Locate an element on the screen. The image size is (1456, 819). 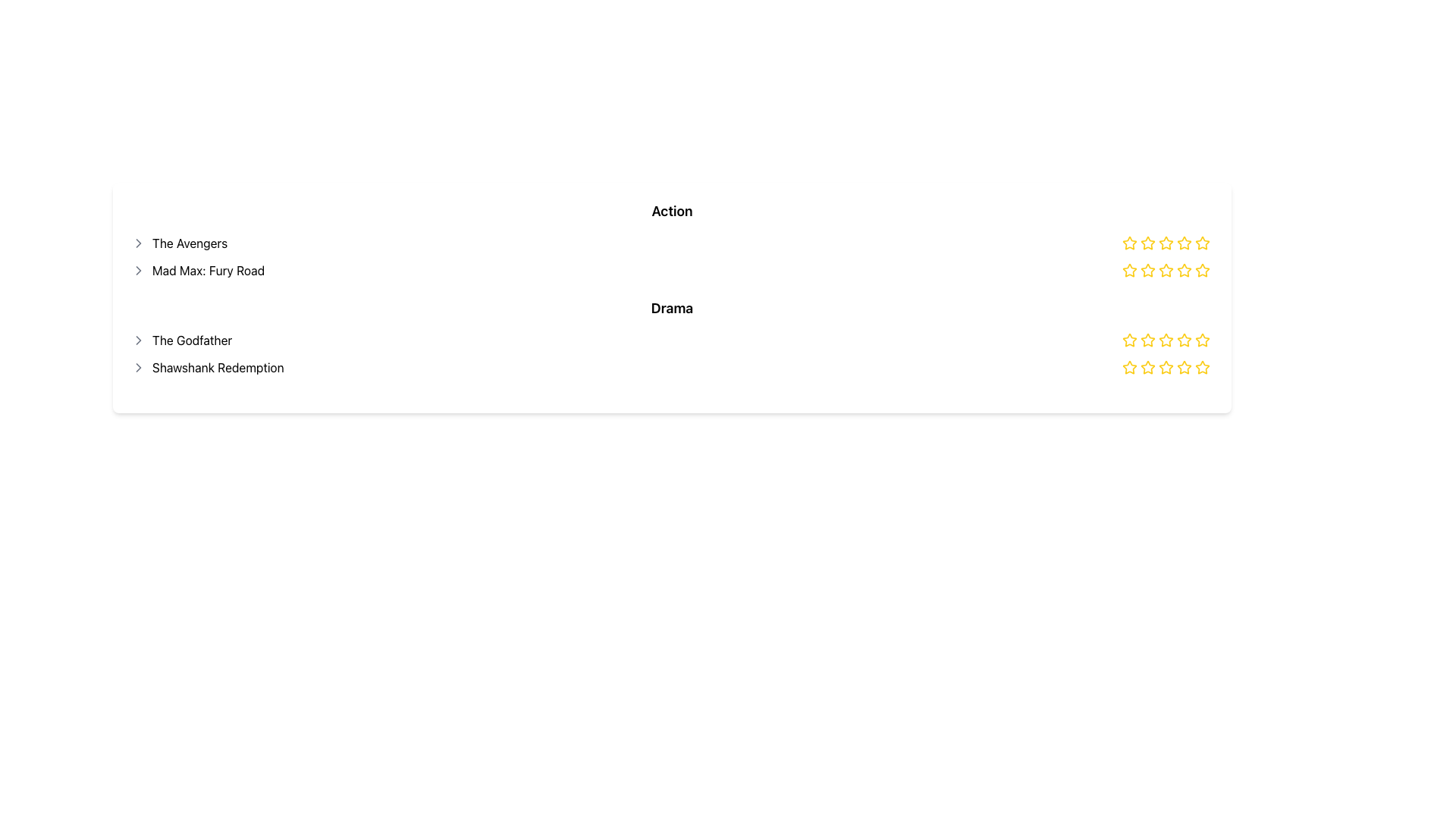
the Rating stars element for the movie 'The Godfather', which consists of five star icons with the second star filled, located in the ratings section of the third row is located at coordinates (1167, 339).